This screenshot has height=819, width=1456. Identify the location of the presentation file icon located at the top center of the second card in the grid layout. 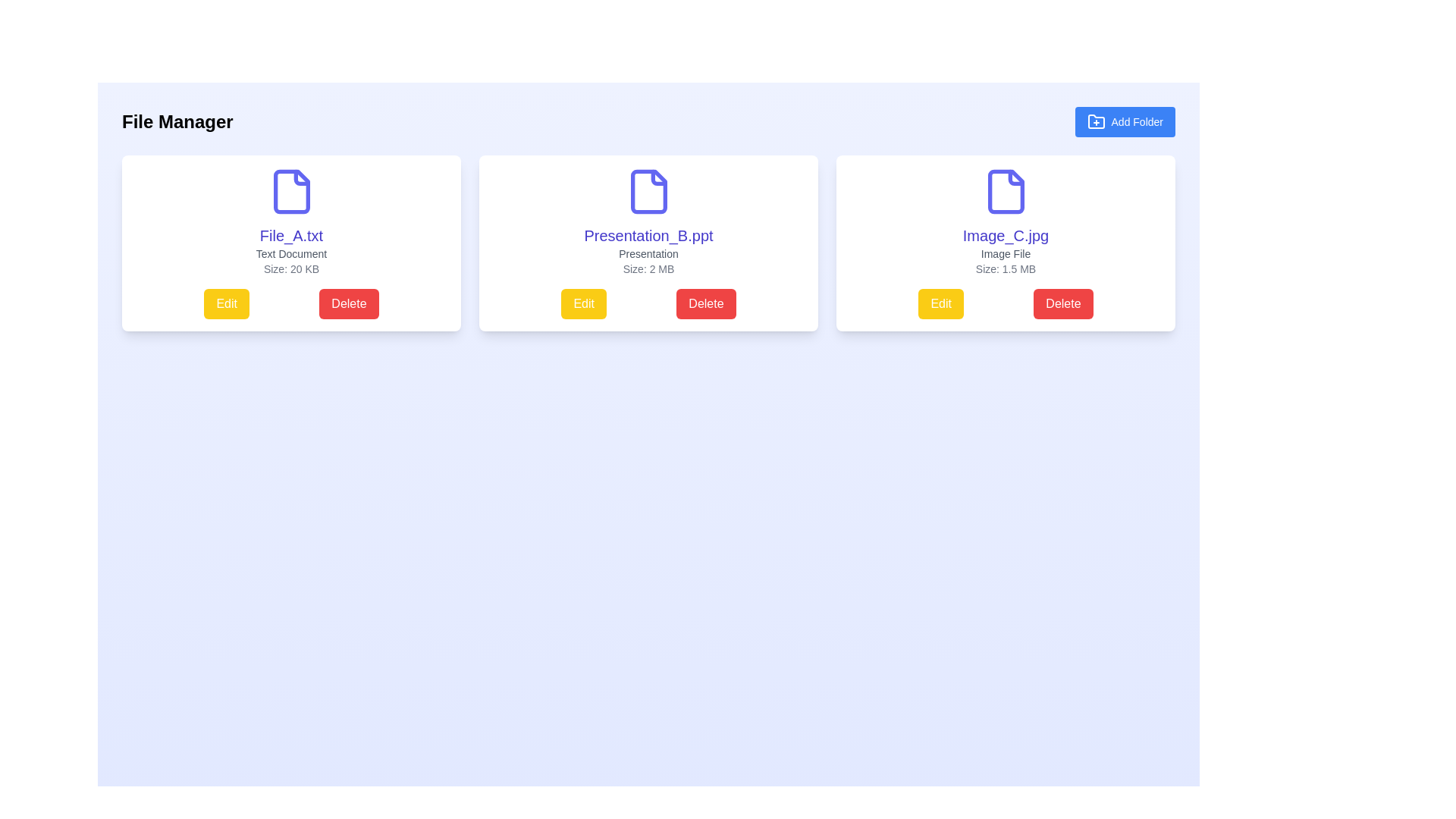
(648, 191).